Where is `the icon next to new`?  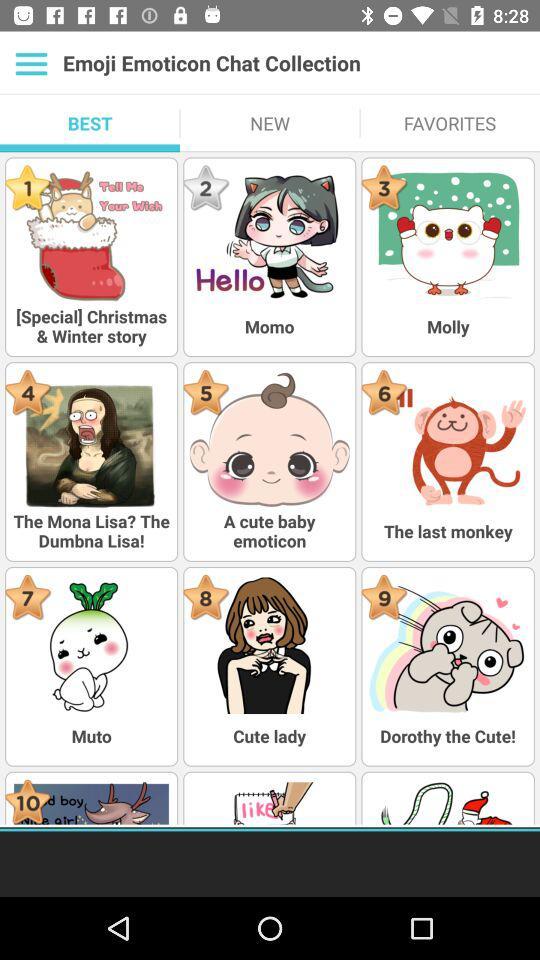 the icon next to new is located at coordinates (89, 122).